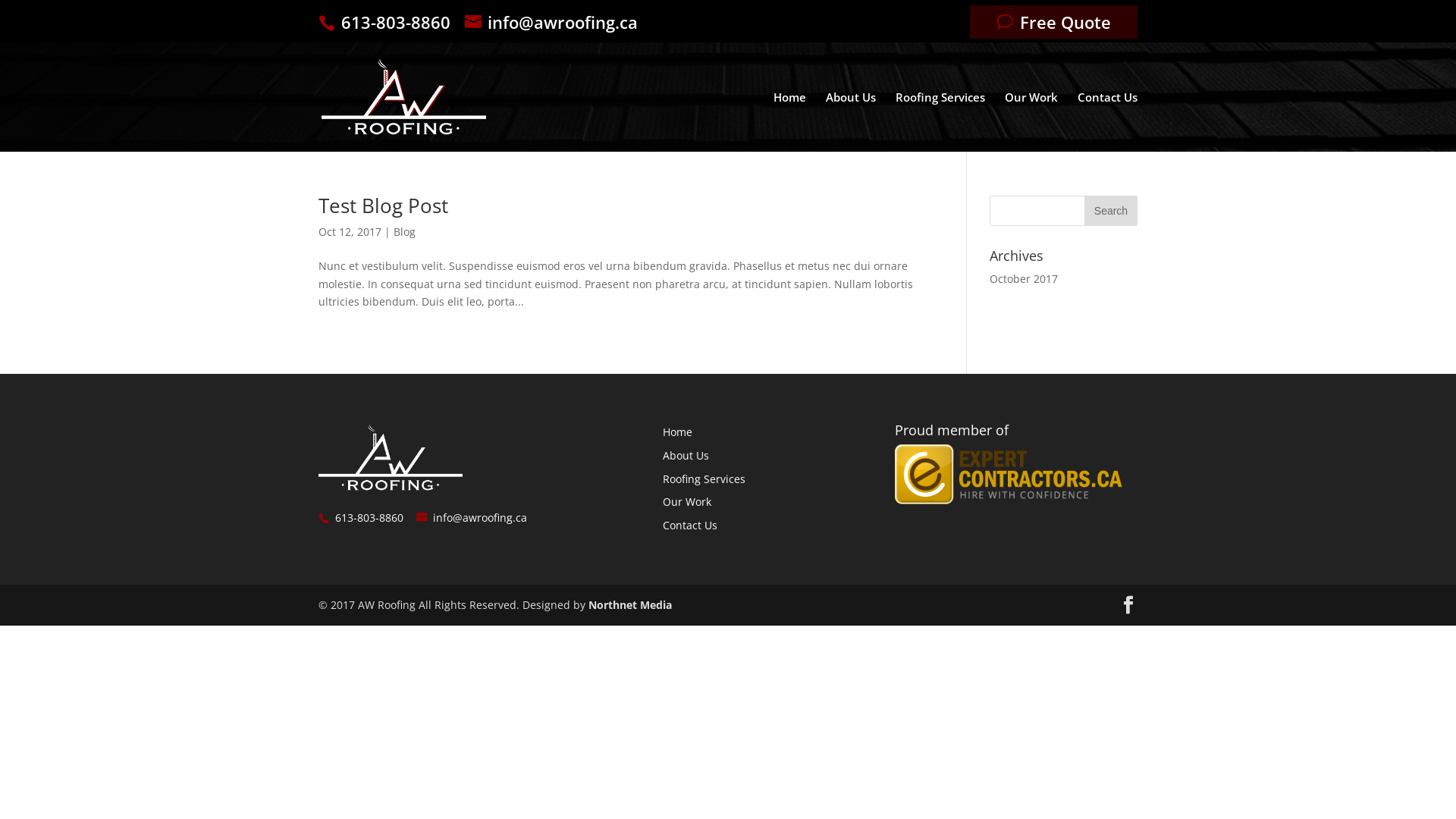  What do you see at coordinates (676, 431) in the screenshot?
I see `'Home'` at bounding box center [676, 431].